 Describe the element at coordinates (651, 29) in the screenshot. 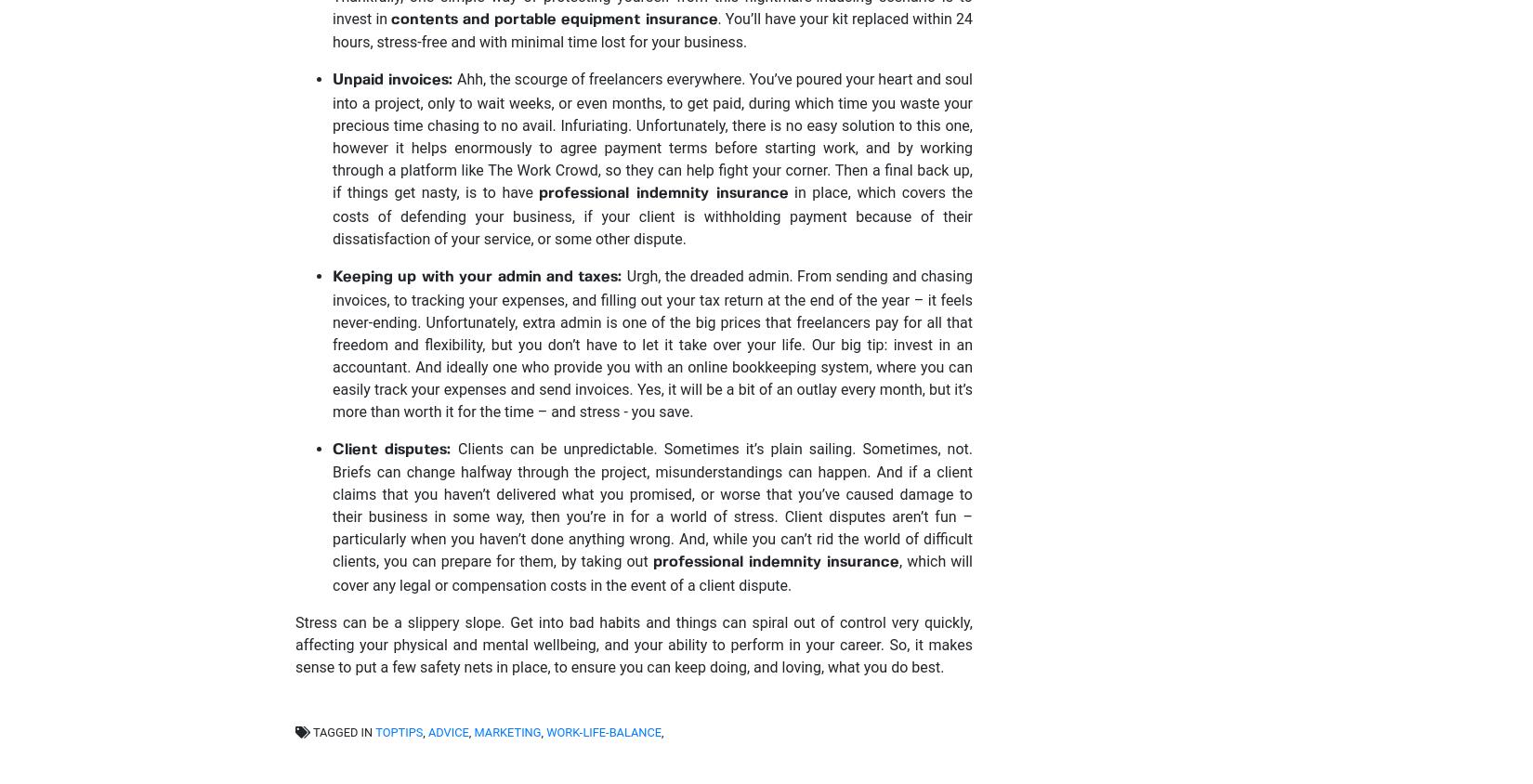

I see `'. You’ll have your kit replaced within 24 hours, stress-free and with minimal time lost for your business.'` at that location.